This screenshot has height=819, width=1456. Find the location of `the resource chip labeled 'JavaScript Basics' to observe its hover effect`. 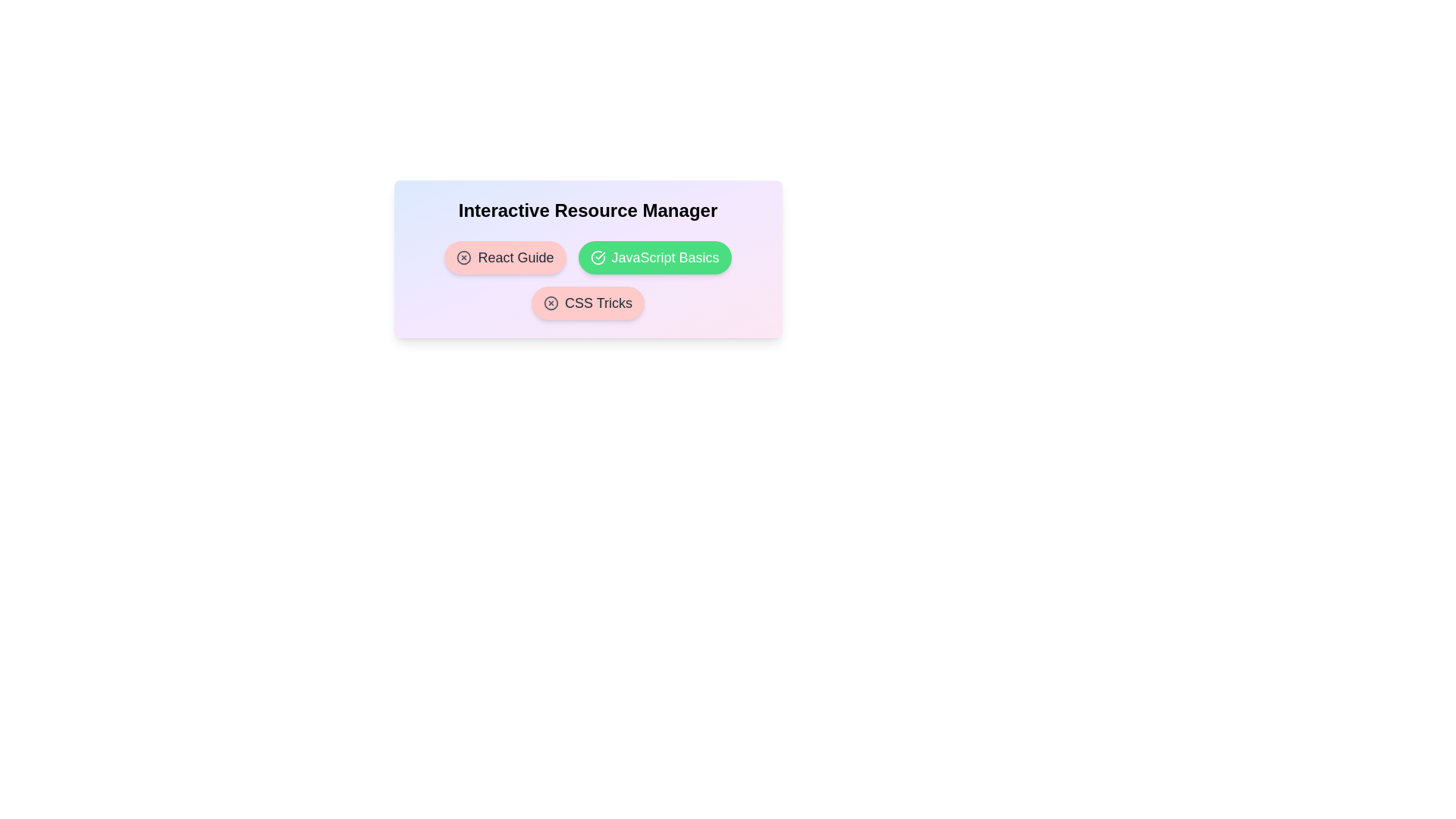

the resource chip labeled 'JavaScript Basics' to observe its hover effect is located at coordinates (654, 256).